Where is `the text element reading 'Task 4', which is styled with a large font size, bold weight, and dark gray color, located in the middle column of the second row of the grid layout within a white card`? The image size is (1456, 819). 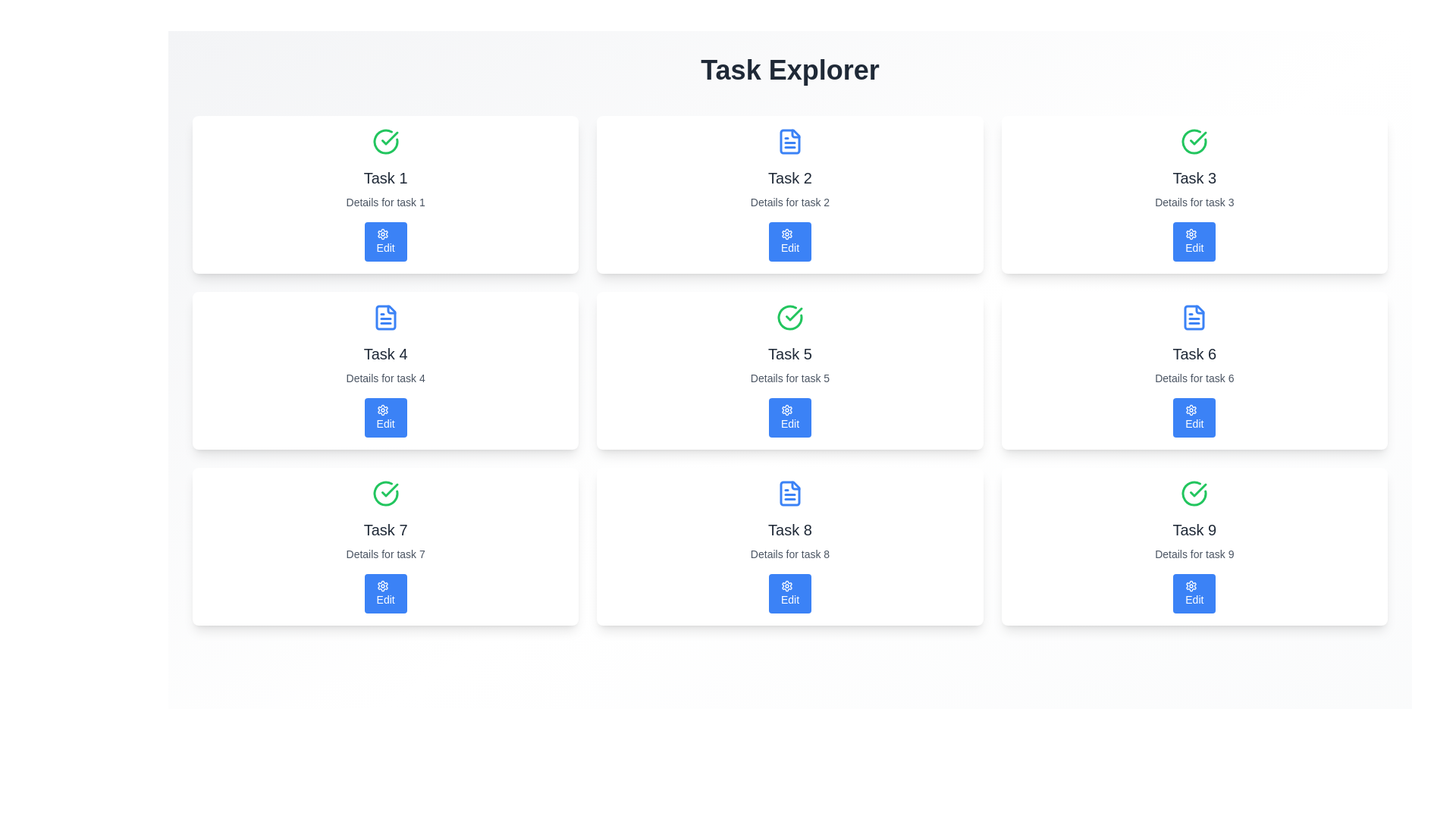
the text element reading 'Task 4', which is styled with a large font size, bold weight, and dark gray color, located in the middle column of the second row of the grid layout within a white card is located at coordinates (385, 353).